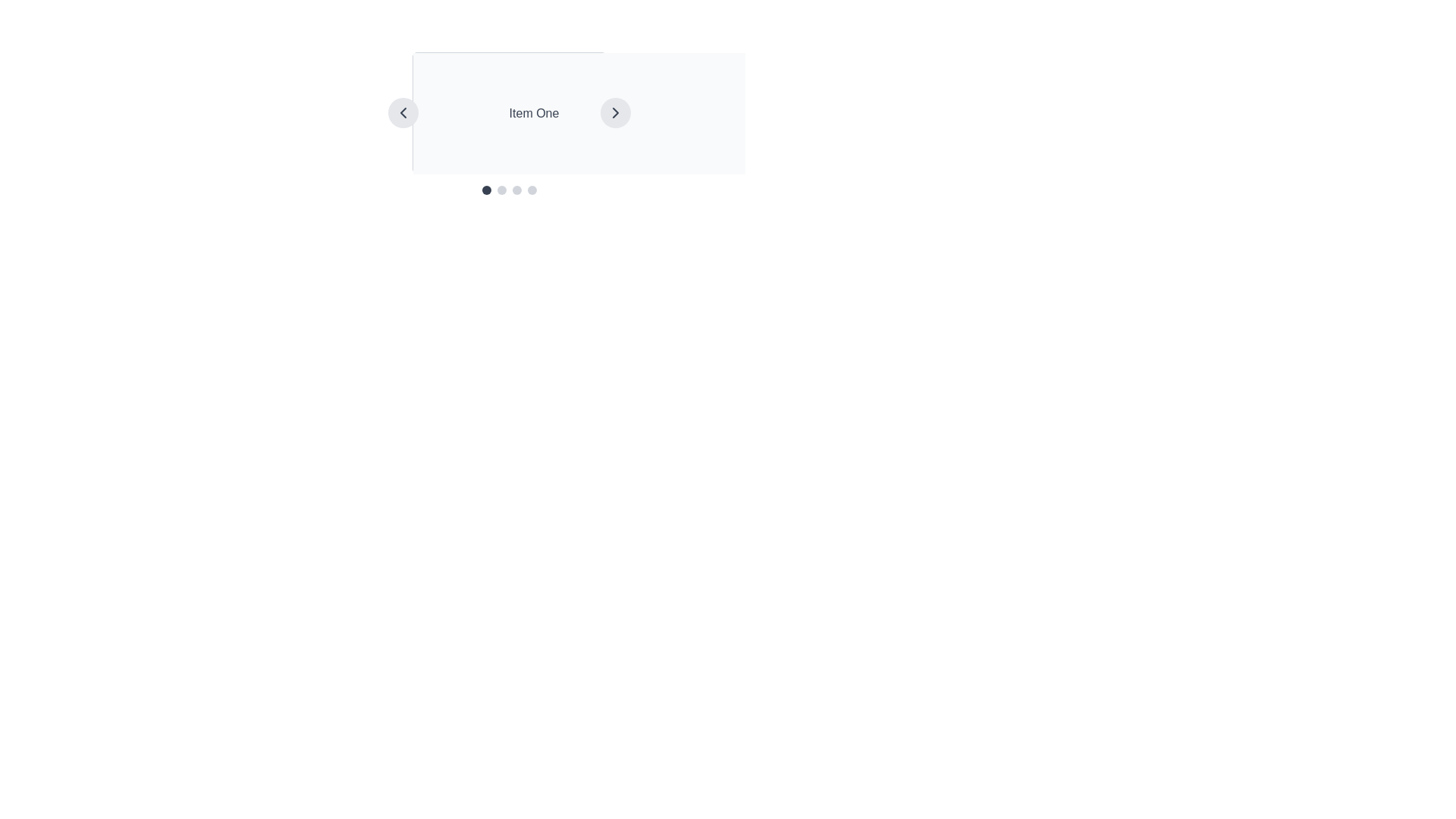  I want to click on the third circular pagination indicator, which has a light gray fill and is located below 'Item One', so click(516, 189).